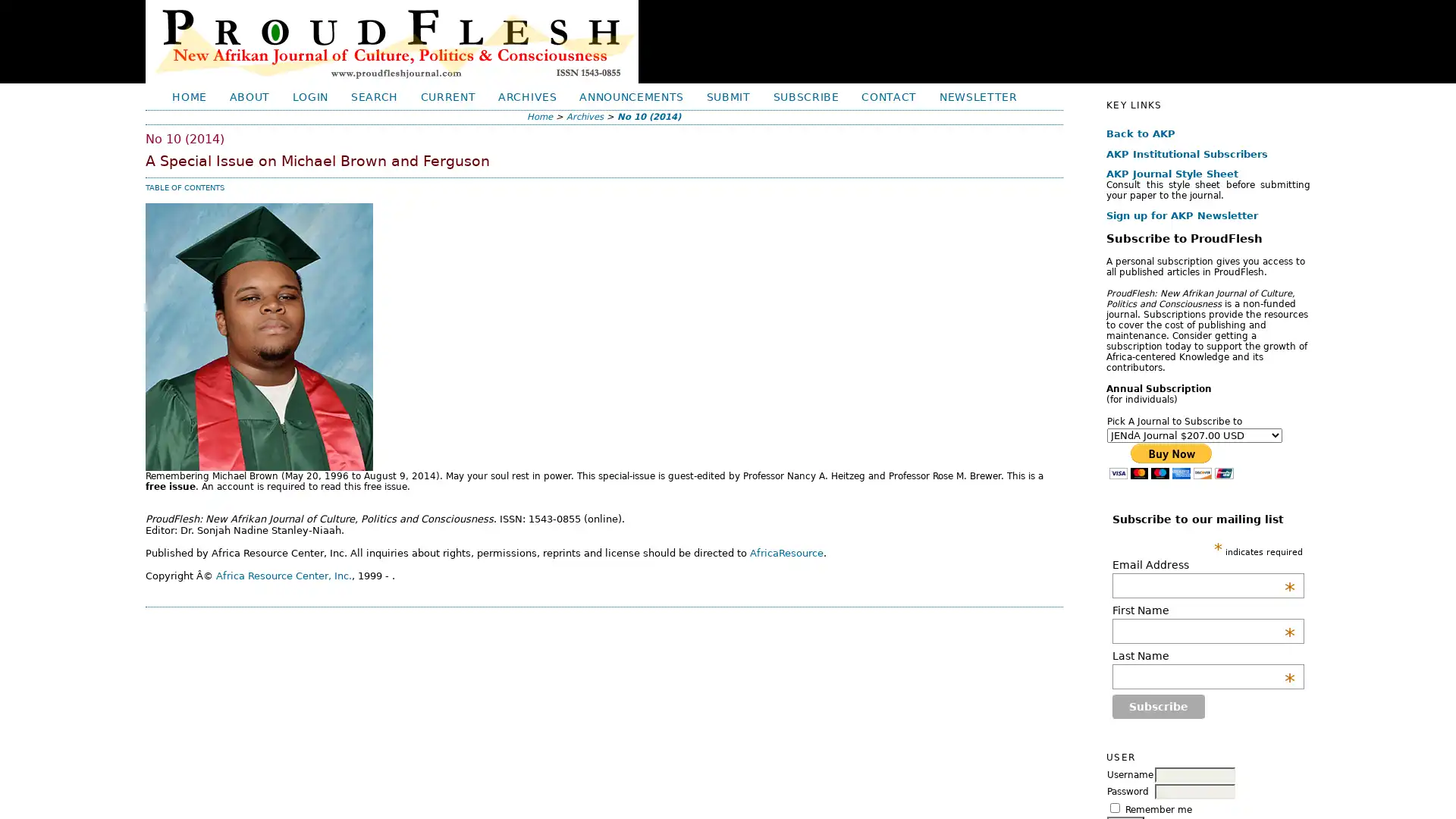  What do you see at coordinates (1170, 460) in the screenshot?
I see `PayPal - The safer, easier way to pay online!` at bounding box center [1170, 460].